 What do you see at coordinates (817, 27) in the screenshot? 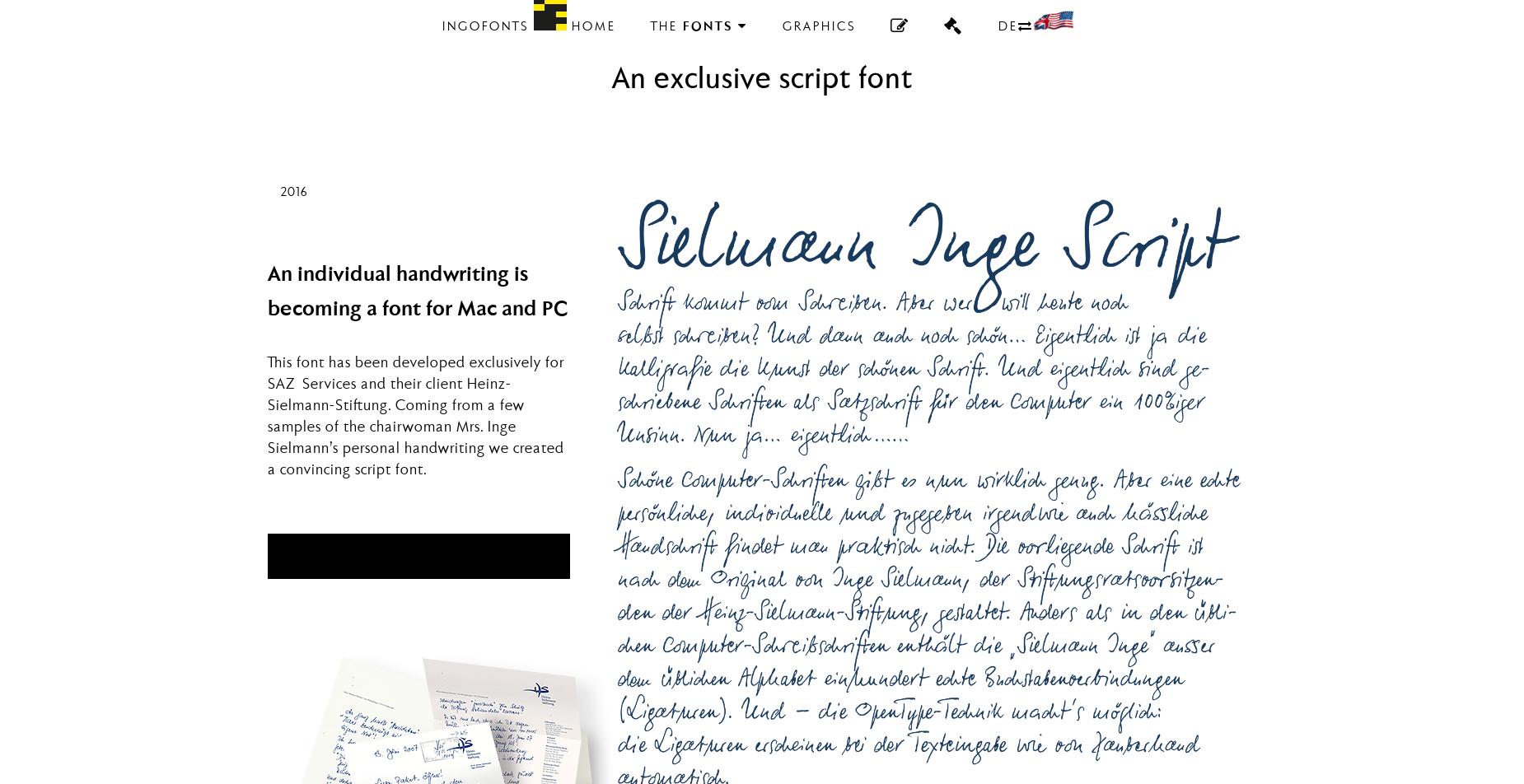
I see `'Graphics'` at bounding box center [817, 27].